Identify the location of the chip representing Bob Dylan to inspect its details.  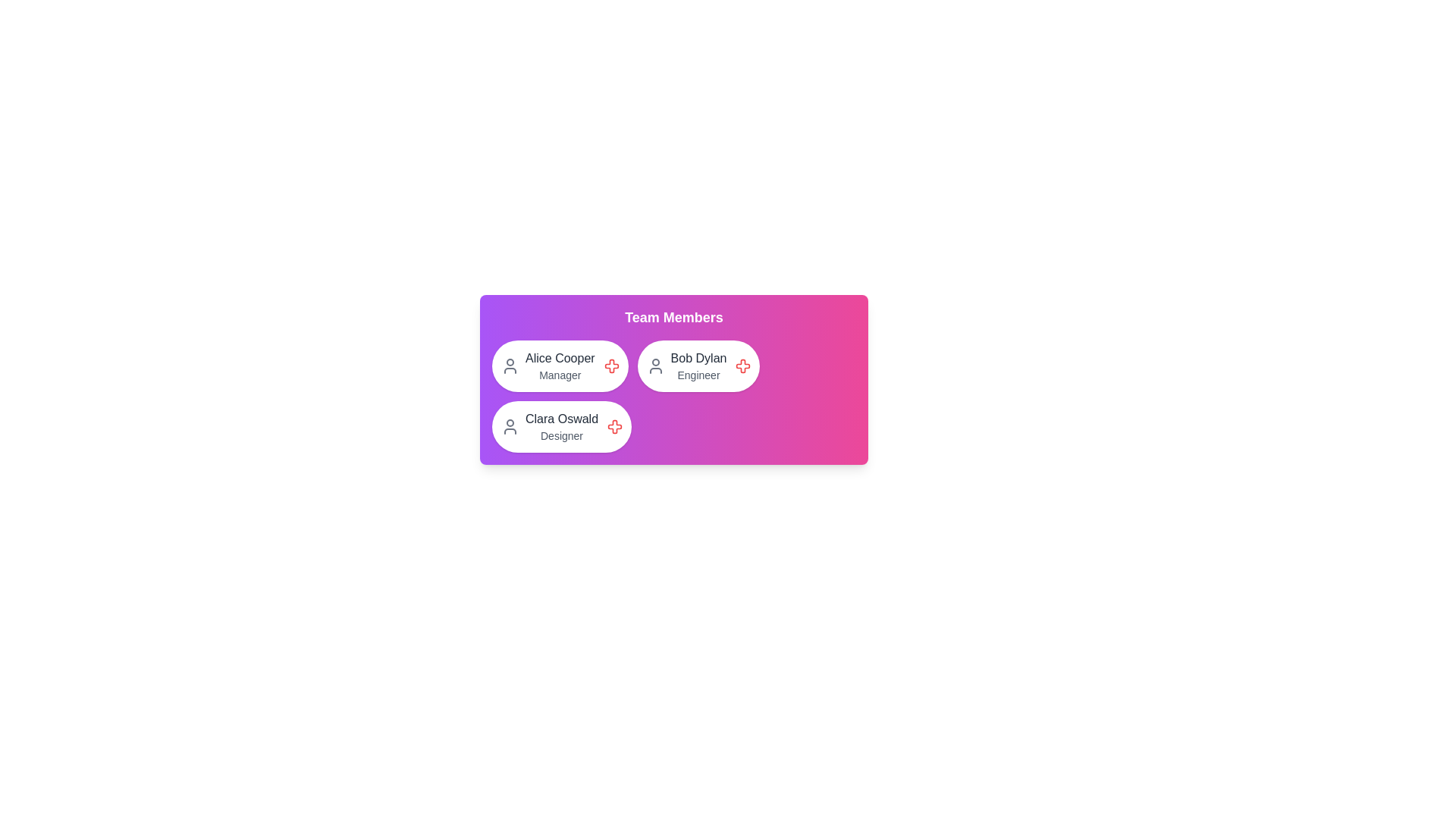
(698, 366).